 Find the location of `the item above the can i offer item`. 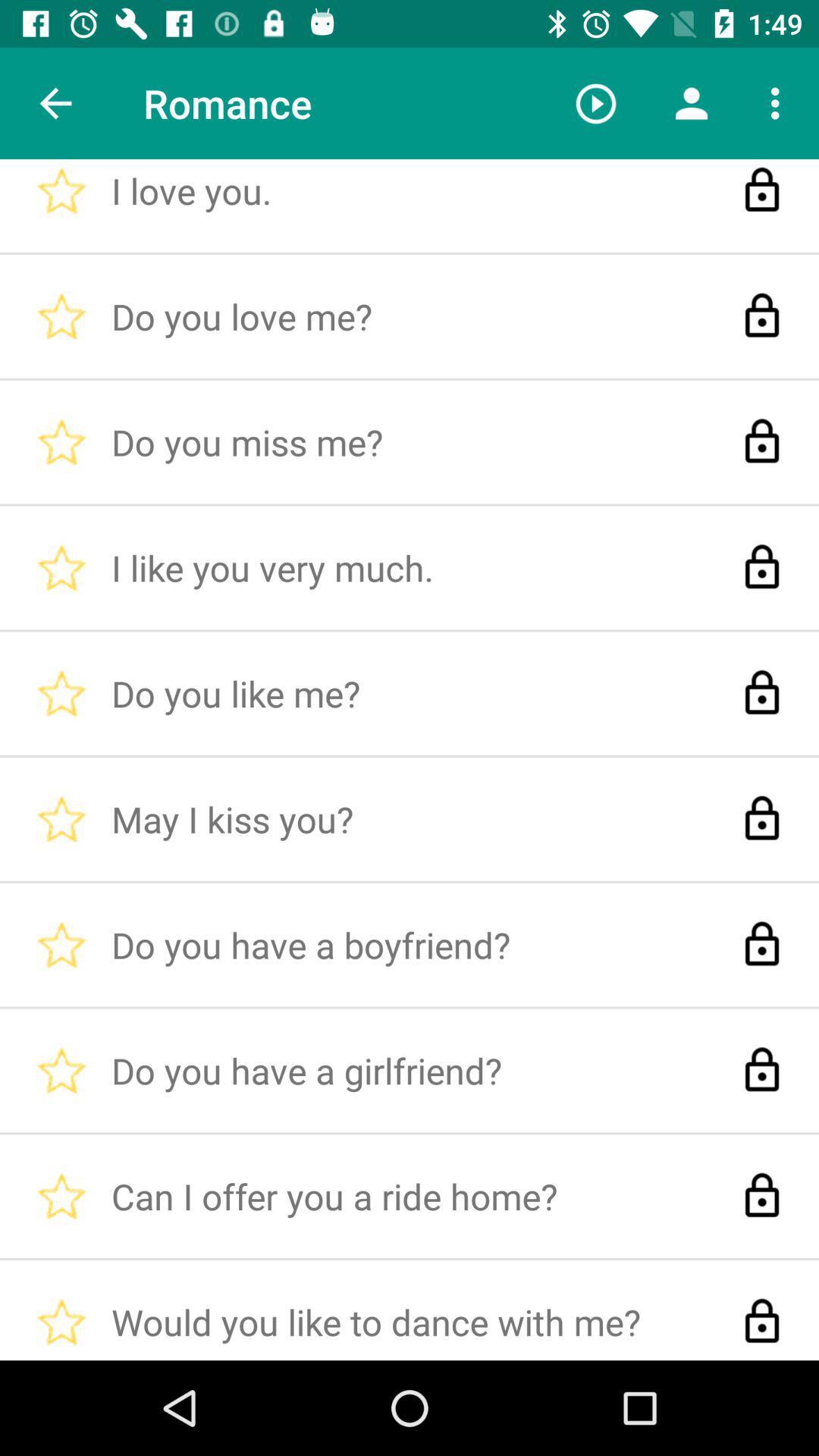

the item above the can i offer item is located at coordinates (595, 102).